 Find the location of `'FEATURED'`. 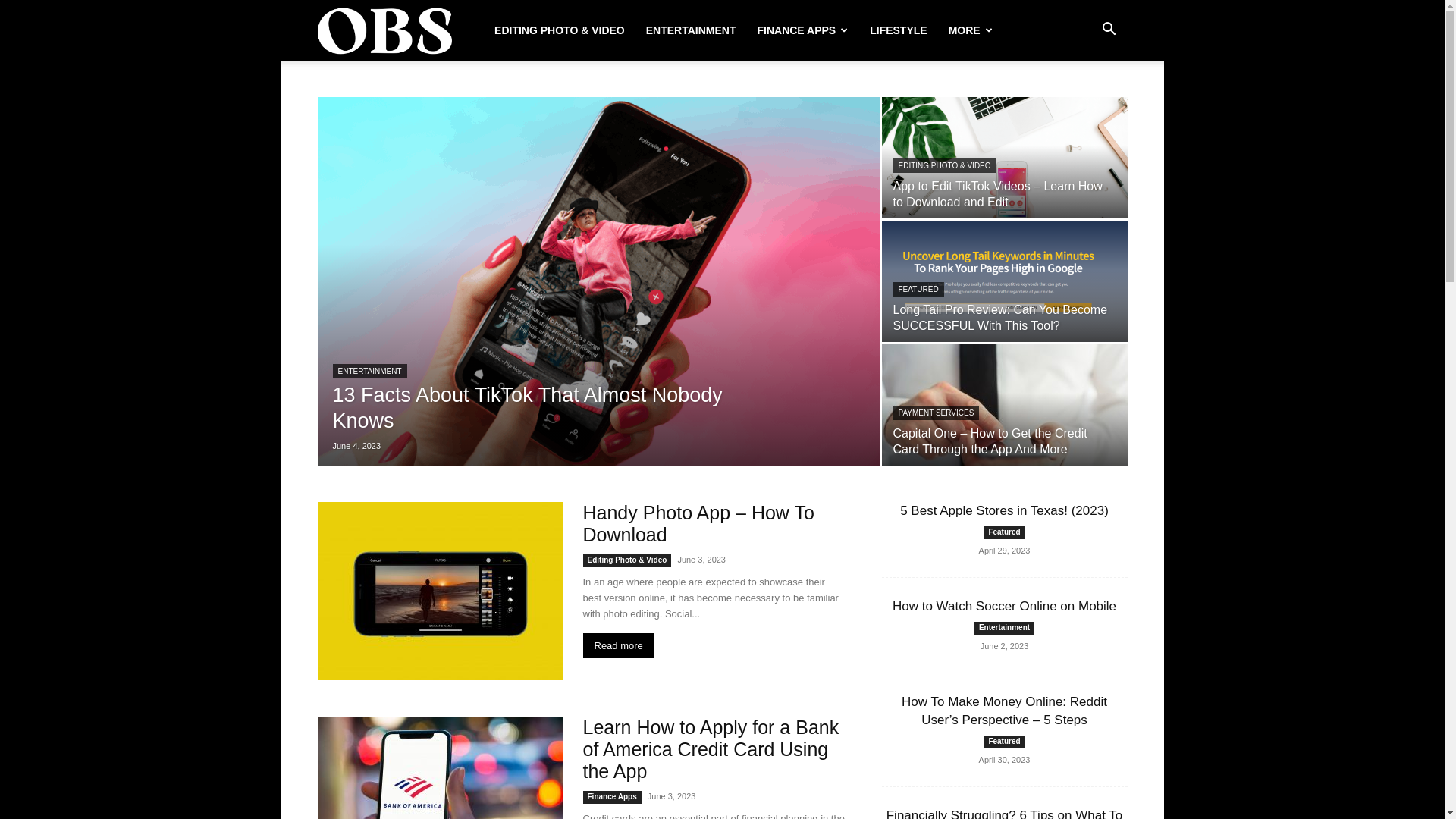

'FEATURED' is located at coordinates (918, 289).